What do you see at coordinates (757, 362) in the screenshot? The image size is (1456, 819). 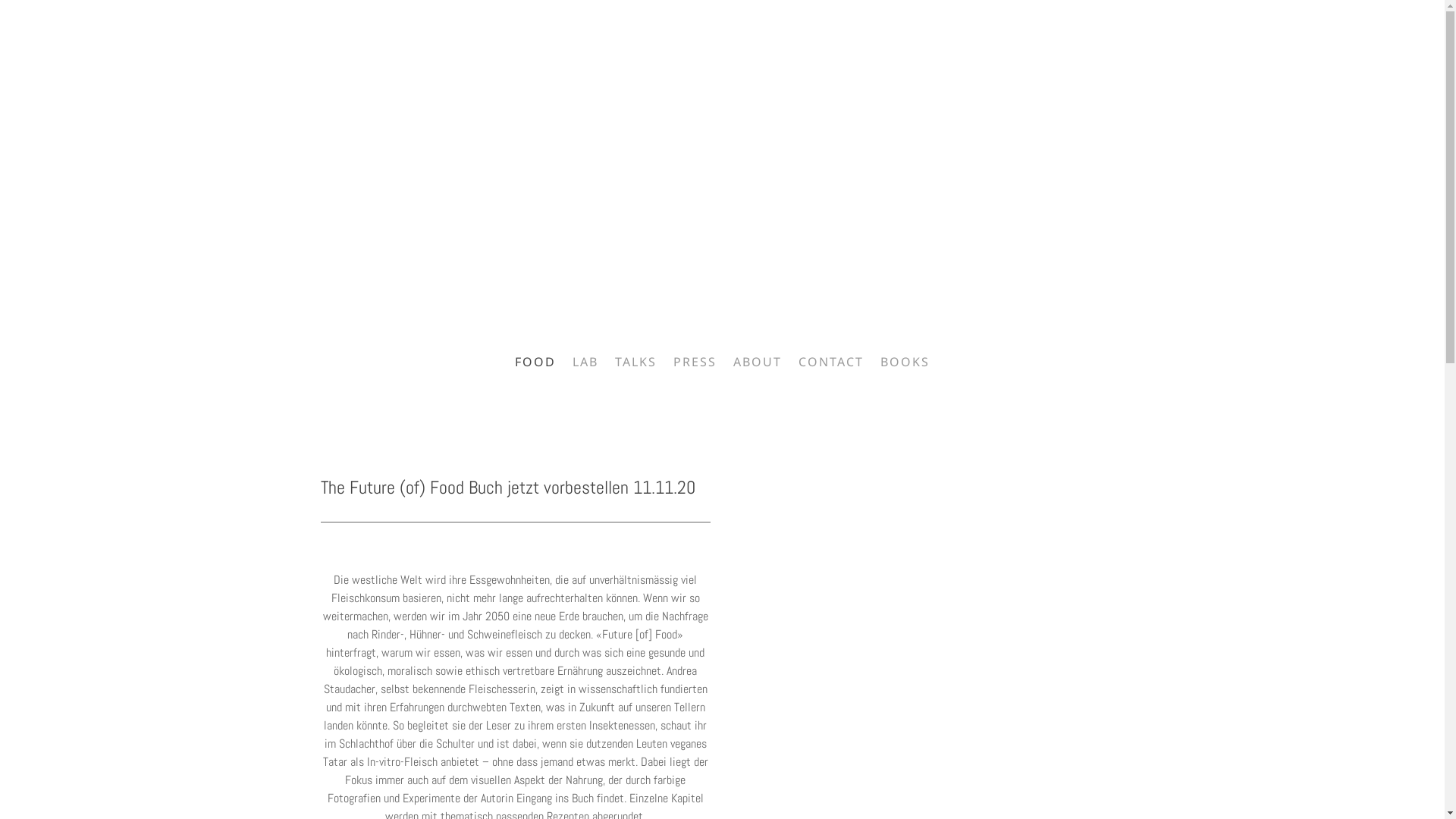 I see `'ABOUT'` at bounding box center [757, 362].